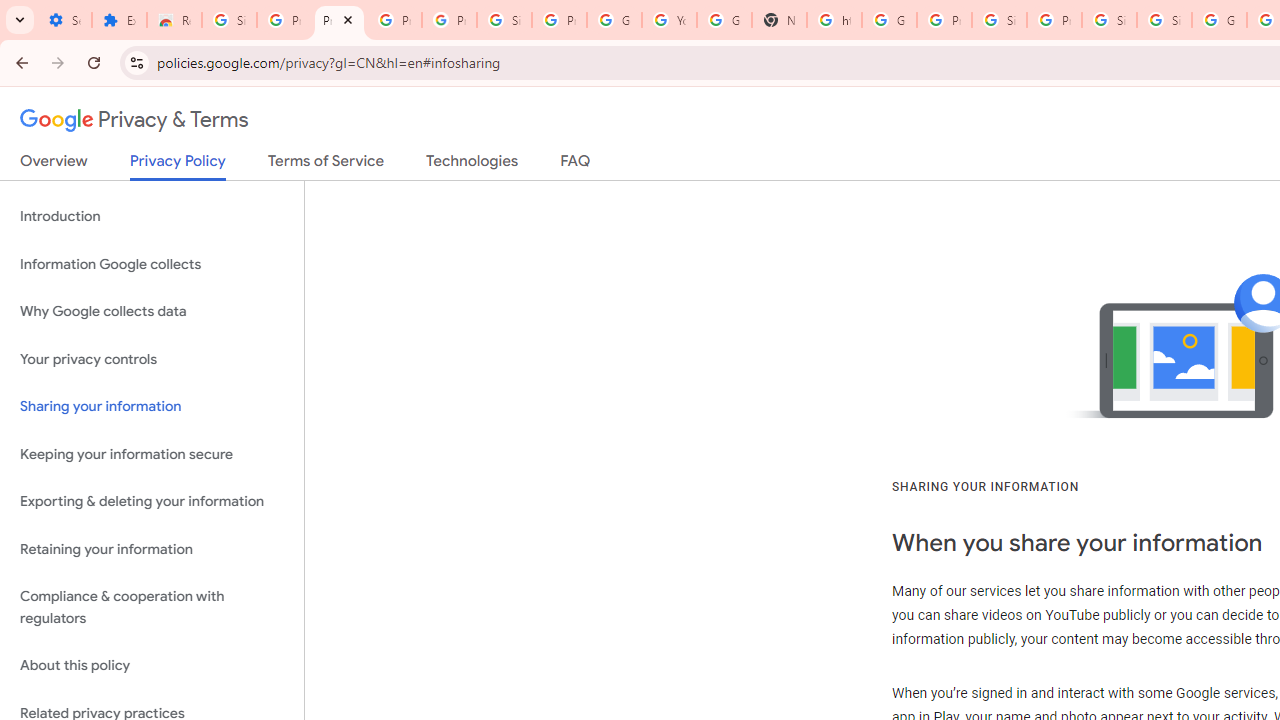  What do you see at coordinates (174, 20) in the screenshot?
I see `'Reviews: Helix Fruit Jump Arcade Game'` at bounding box center [174, 20].